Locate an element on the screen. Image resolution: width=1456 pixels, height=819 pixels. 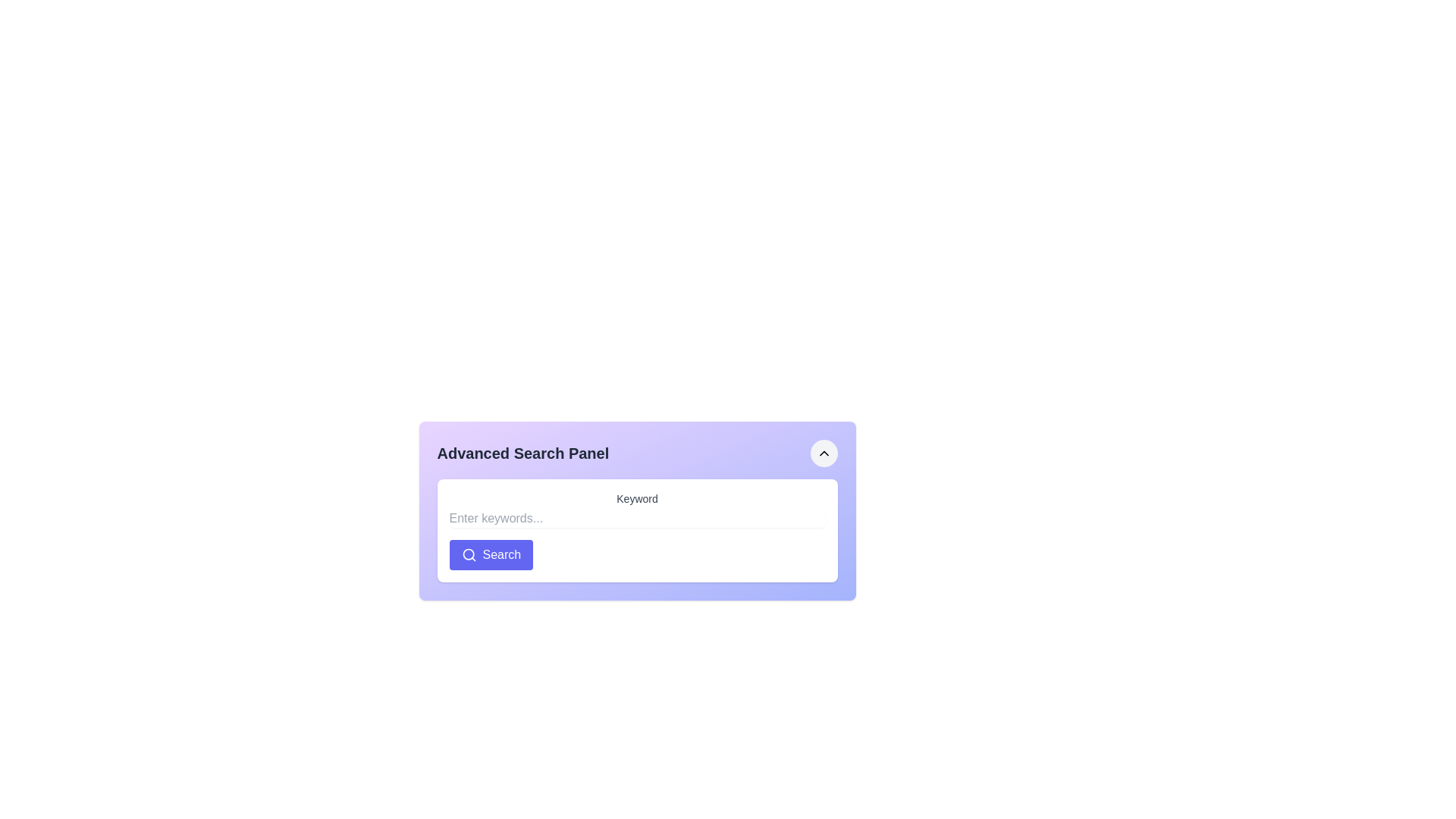
the search button located at the bottom of the white panel, directly below the 'Keyword' input field, to observe a background color change is located at coordinates (491, 555).